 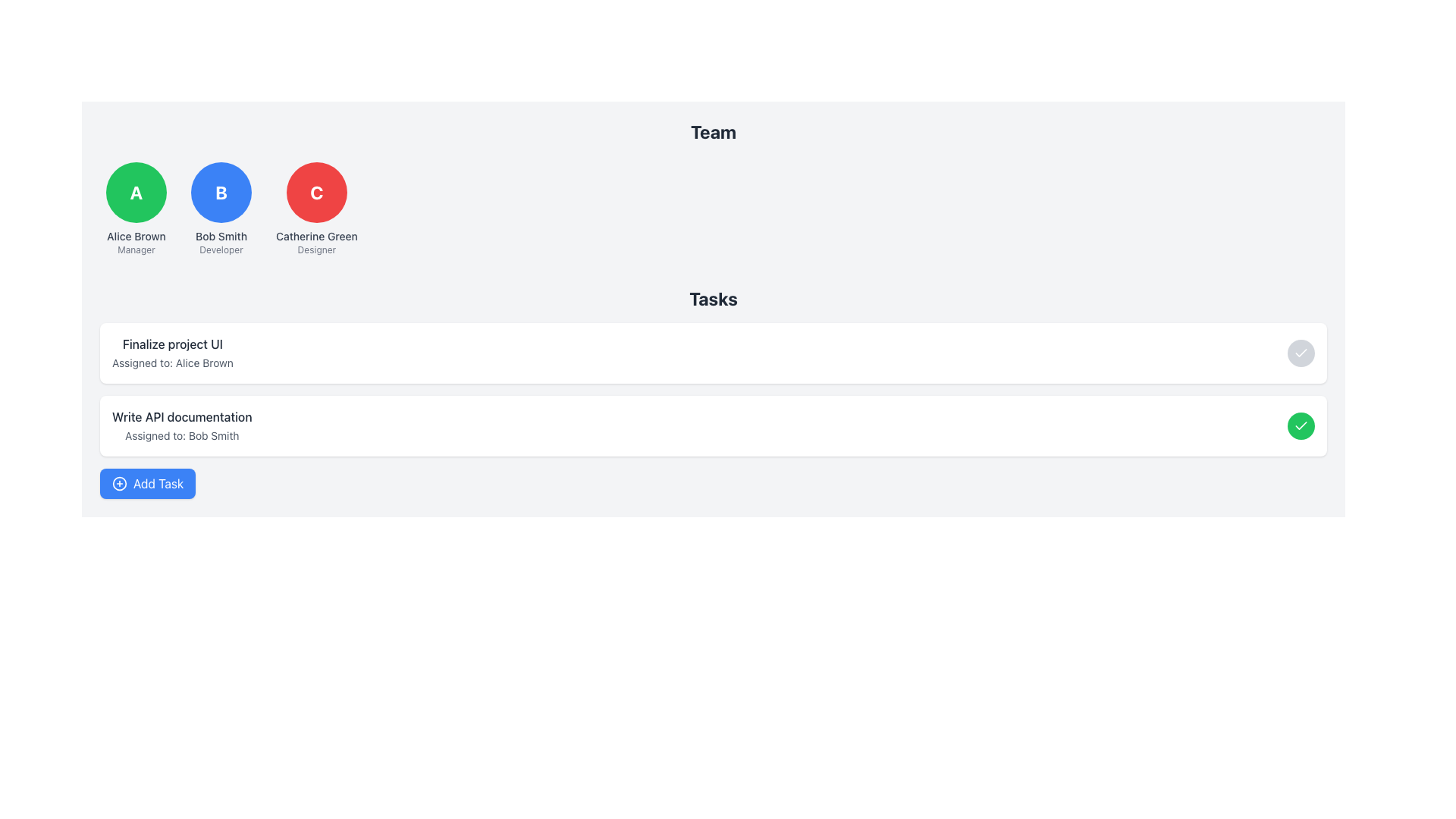 I want to click on the leftmost circular red button labeled 'C', so click(x=315, y=192).